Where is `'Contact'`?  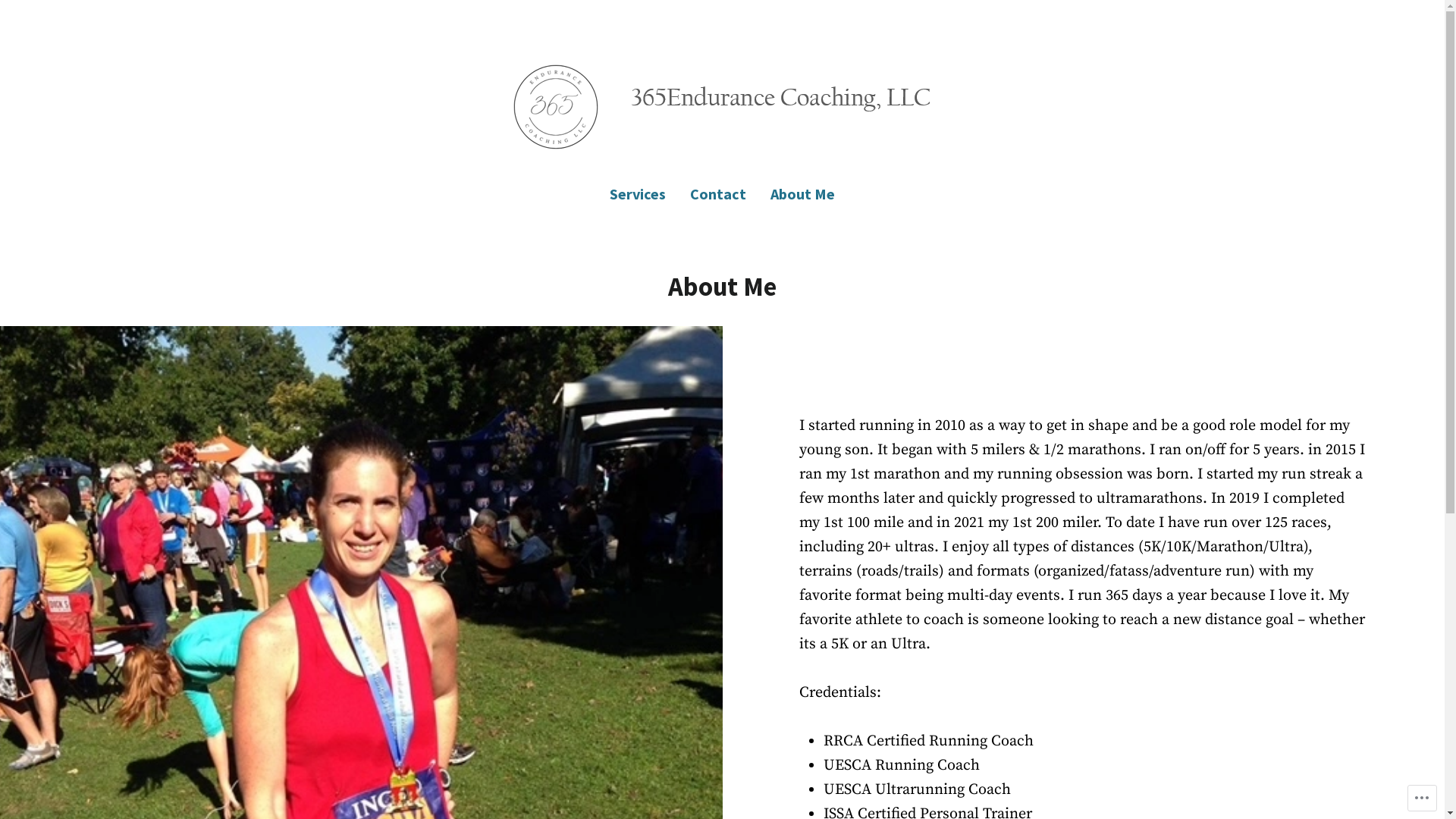
'Contact' is located at coordinates (676, 193).